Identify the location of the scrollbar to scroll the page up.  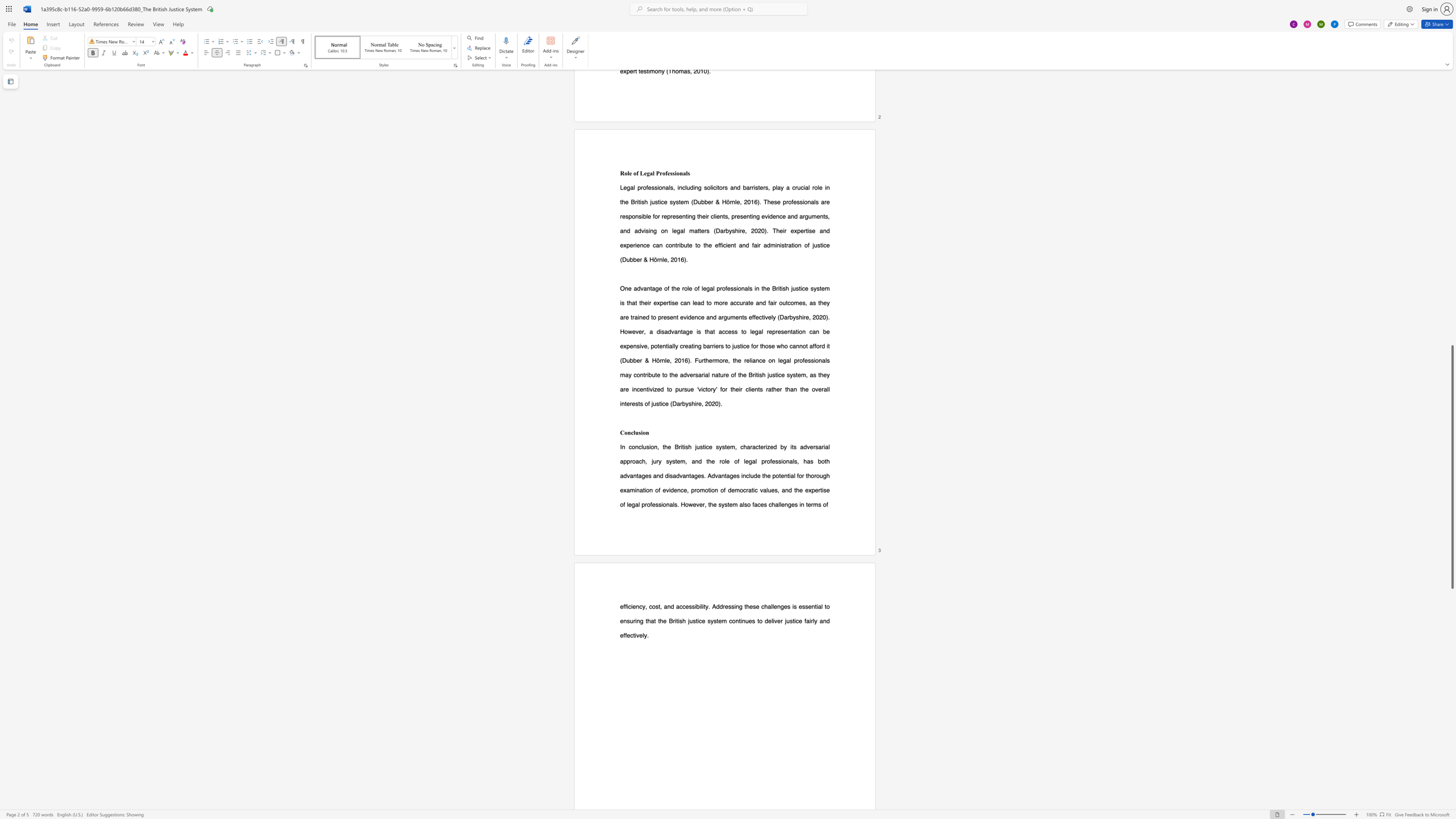
(1451, 246).